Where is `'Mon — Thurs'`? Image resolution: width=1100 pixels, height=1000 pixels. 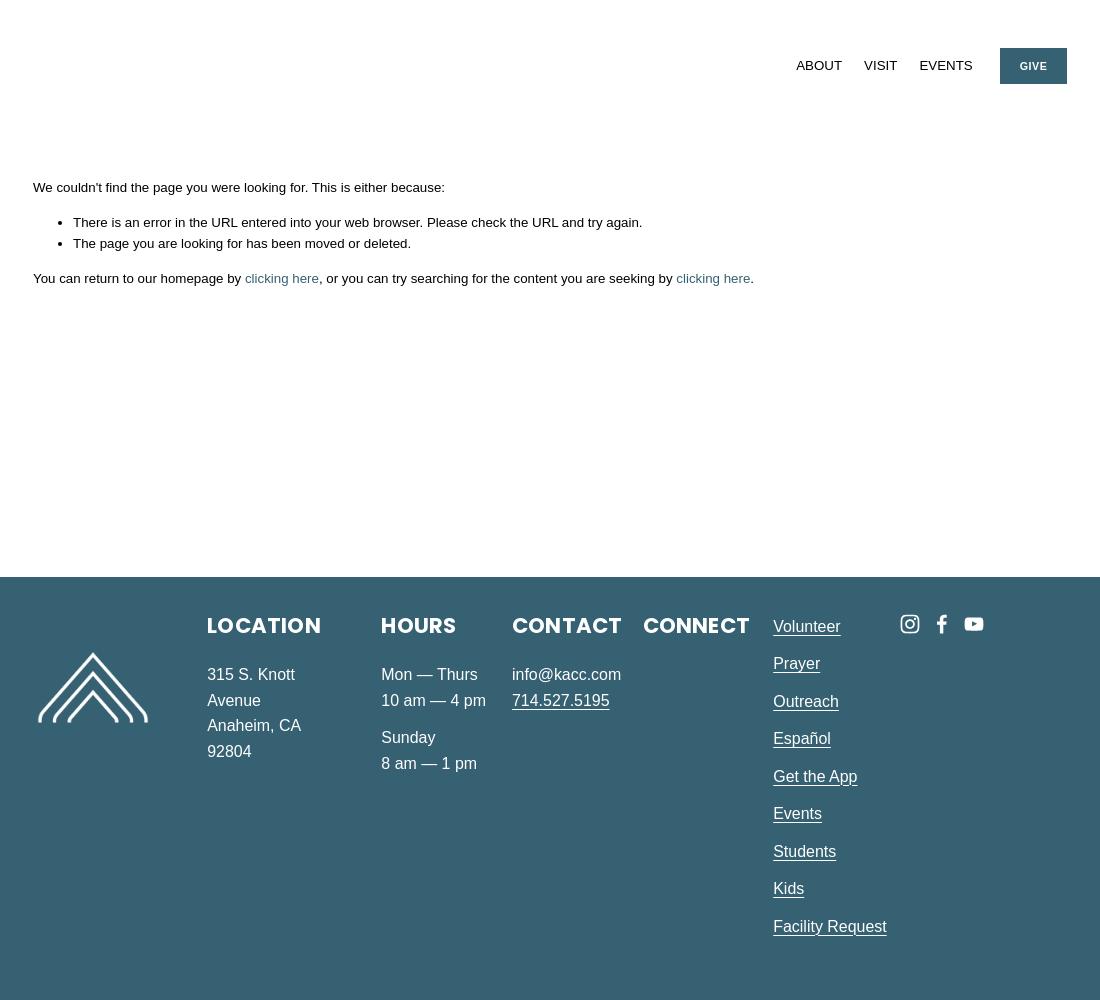
'Mon — Thurs' is located at coordinates (428, 674).